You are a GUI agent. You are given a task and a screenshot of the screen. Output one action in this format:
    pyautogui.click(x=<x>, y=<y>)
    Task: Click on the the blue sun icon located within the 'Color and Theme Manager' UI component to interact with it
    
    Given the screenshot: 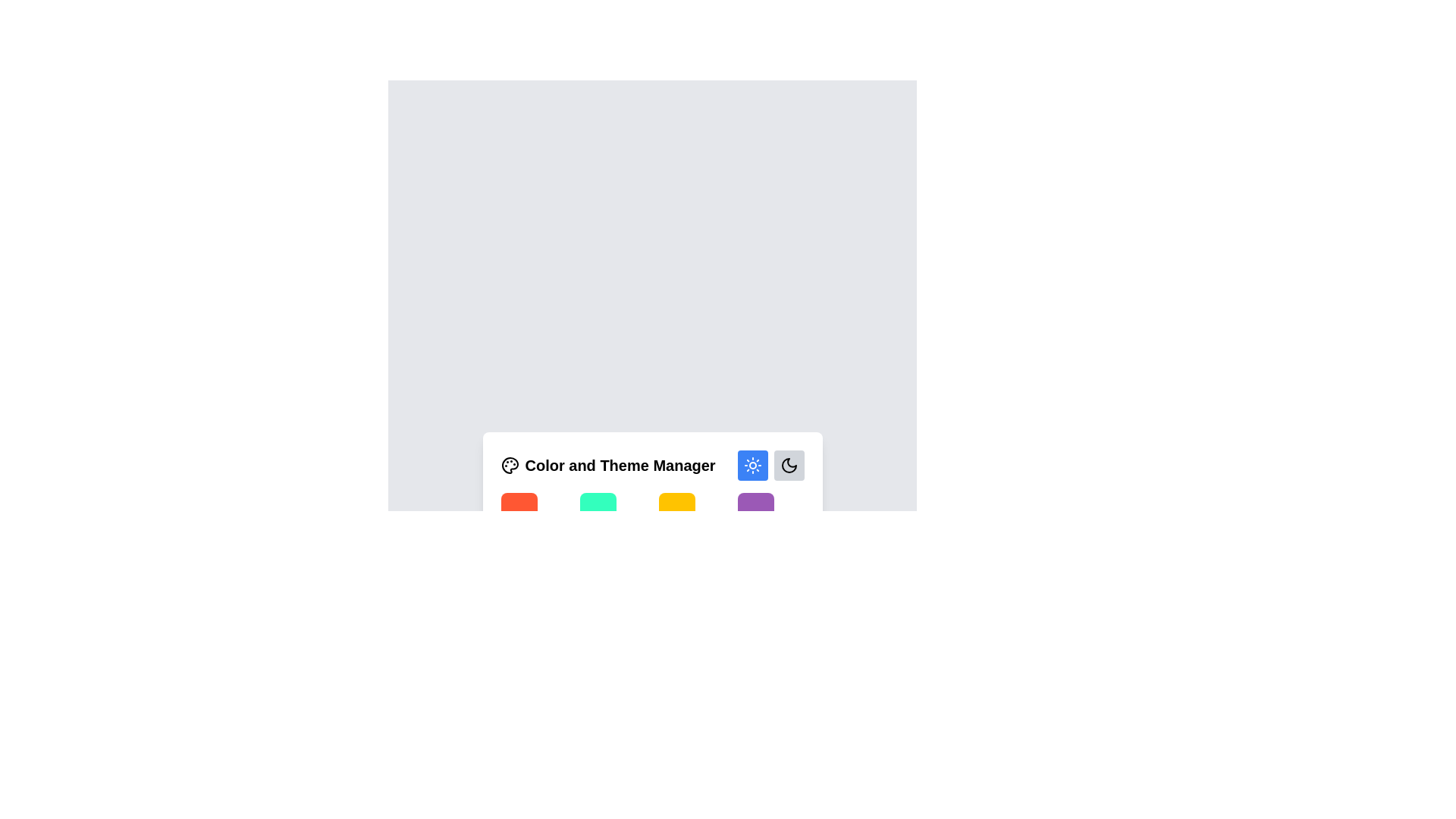 What is the action you would take?
    pyautogui.click(x=752, y=464)
    